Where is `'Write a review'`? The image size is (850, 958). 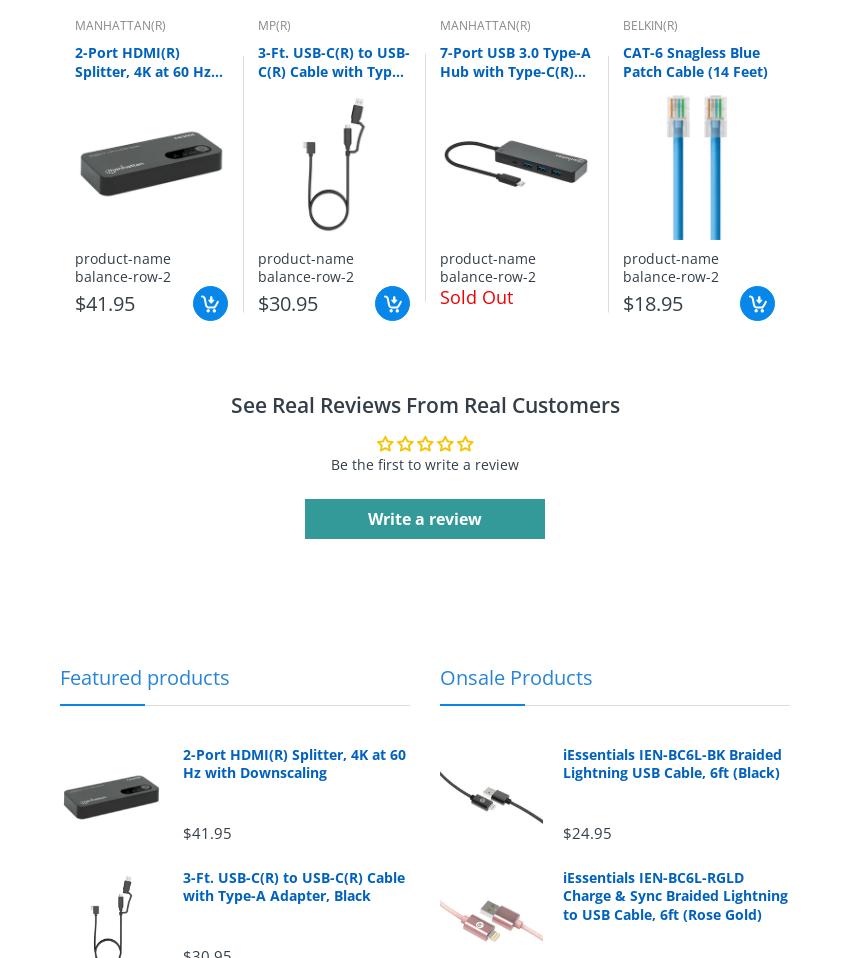
'Write a review' is located at coordinates (425, 516).